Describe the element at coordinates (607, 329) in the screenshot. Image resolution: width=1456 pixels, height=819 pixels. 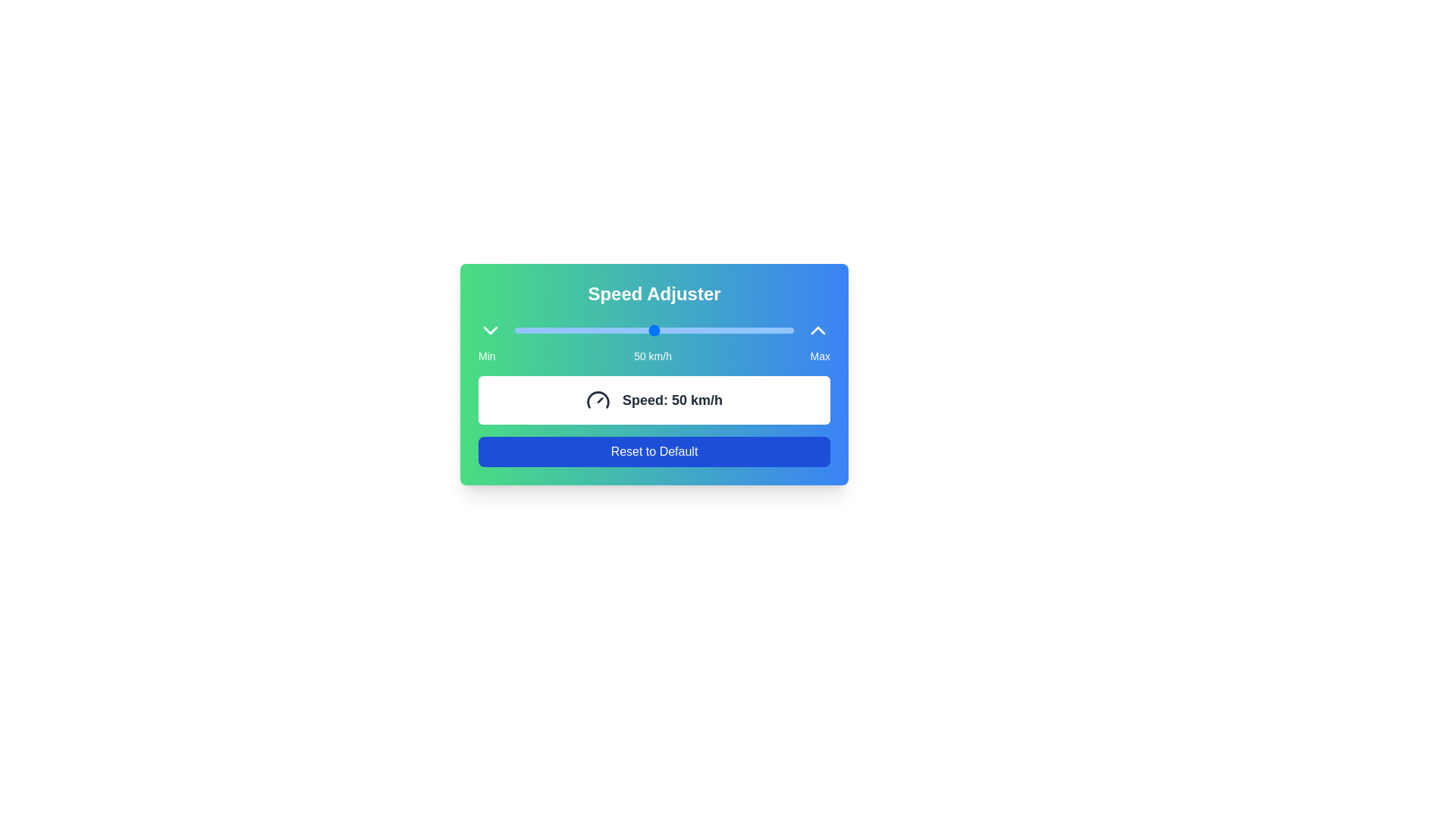
I see `the slider position` at that location.